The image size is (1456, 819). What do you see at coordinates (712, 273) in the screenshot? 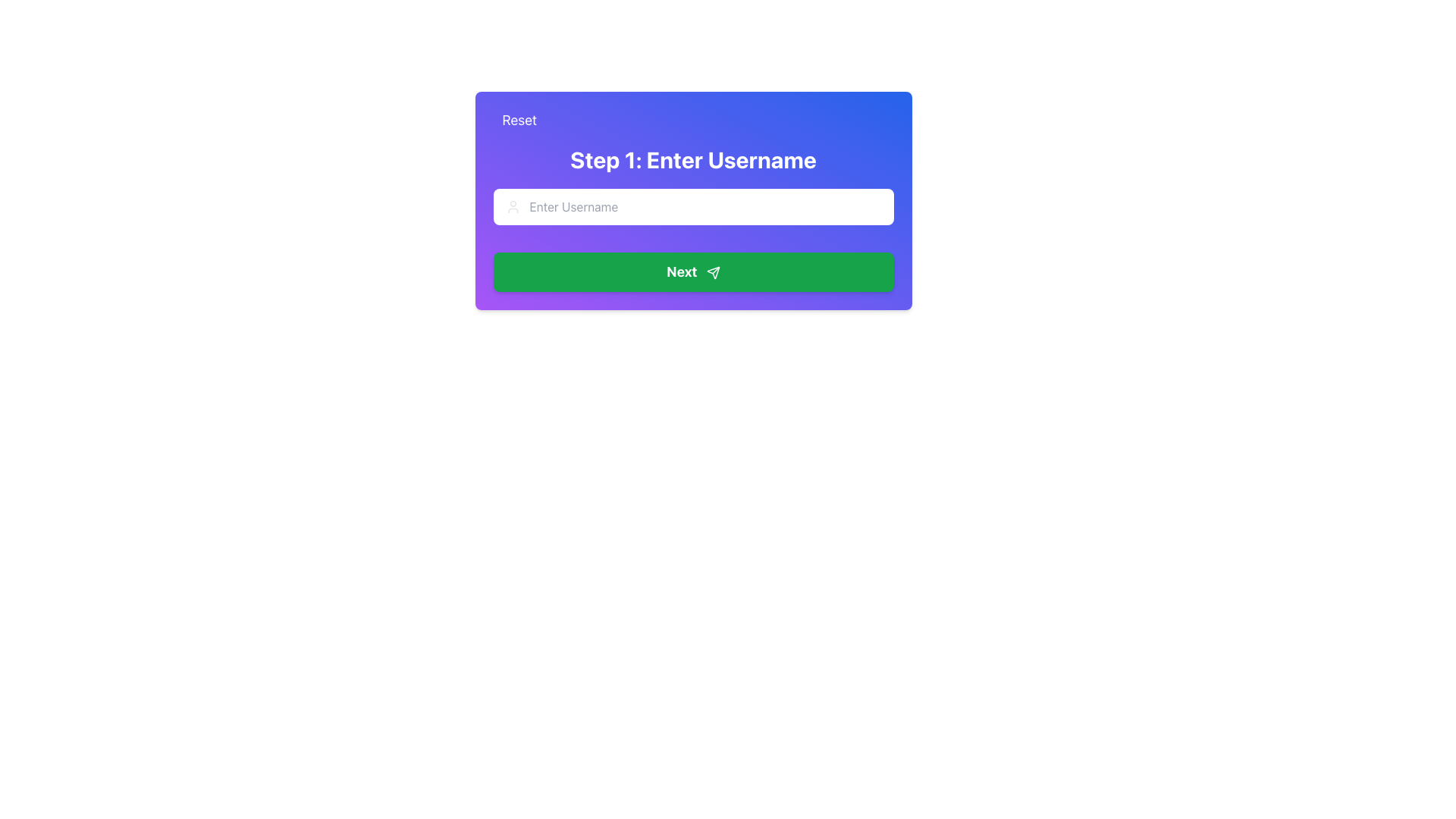
I see `the icon located at the rightmost side of the green rectangular 'Next' button` at bounding box center [712, 273].